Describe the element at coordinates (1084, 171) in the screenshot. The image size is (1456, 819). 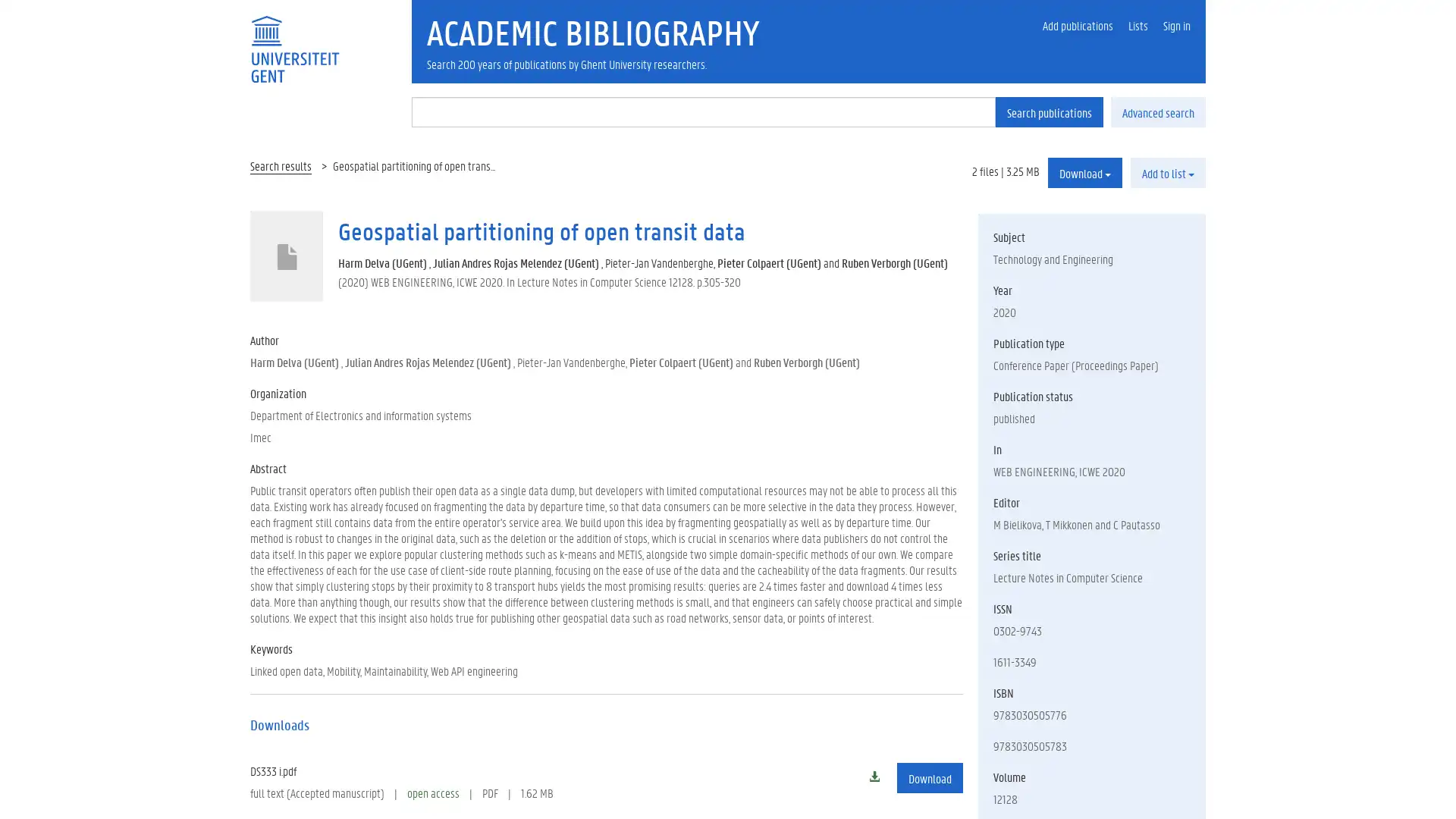
I see `Download` at that location.